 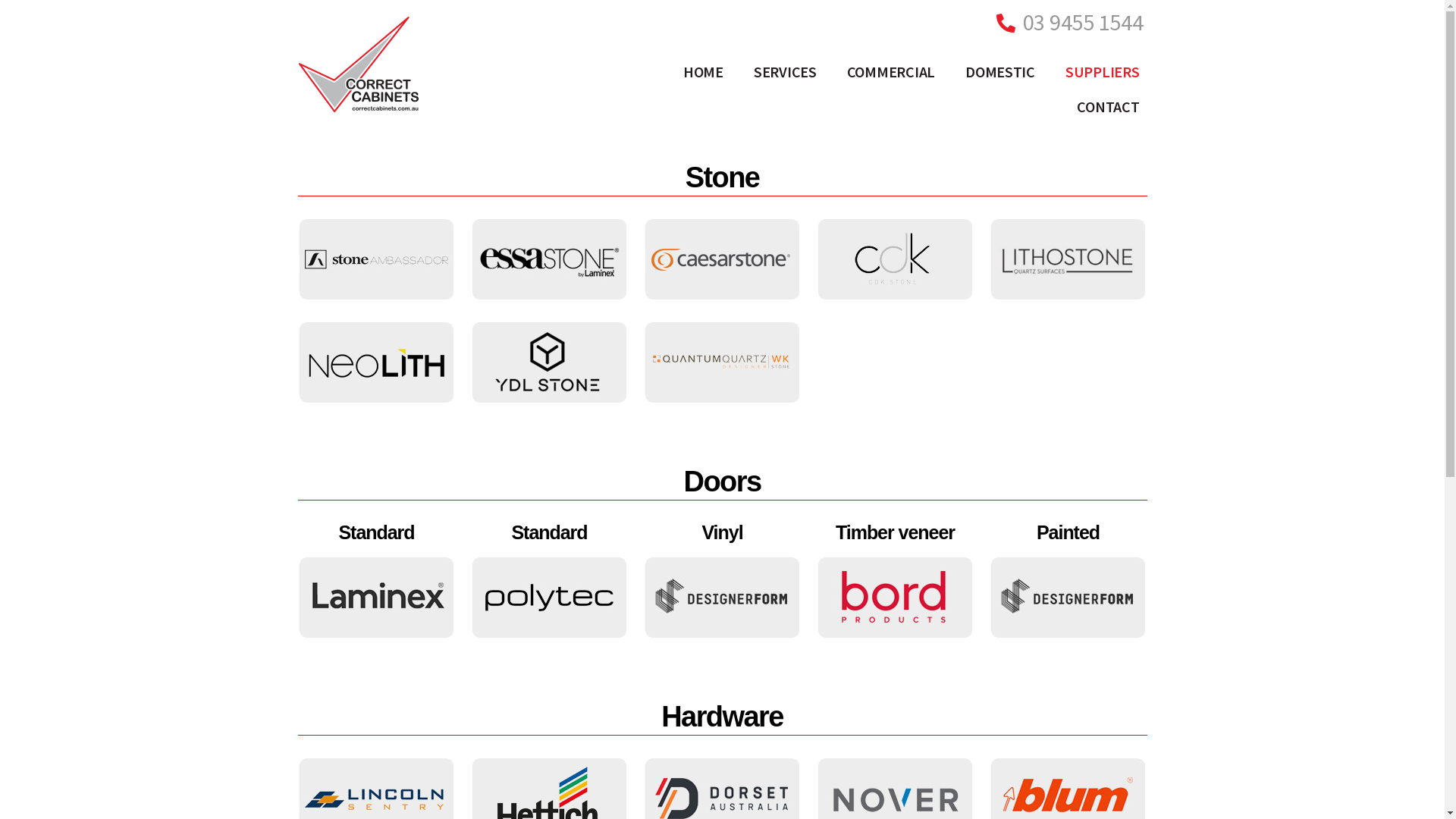 What do you see at coordinates (667, 72) in the screenshot?
I see `'HOME'` at bounding box center [667, 72].